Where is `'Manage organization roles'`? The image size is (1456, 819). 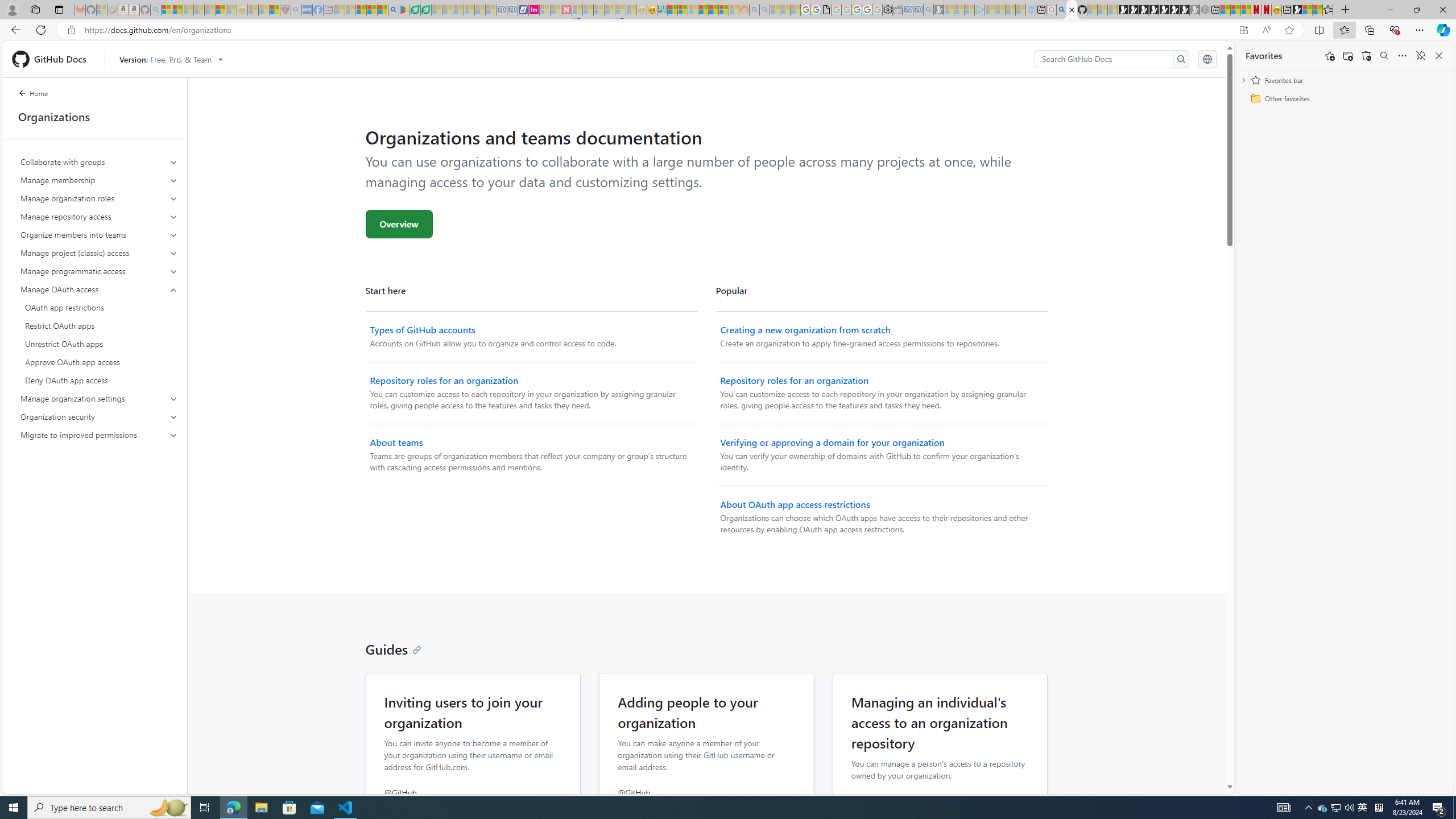
'Manage organization roles' is located at coordinates (100, 198).